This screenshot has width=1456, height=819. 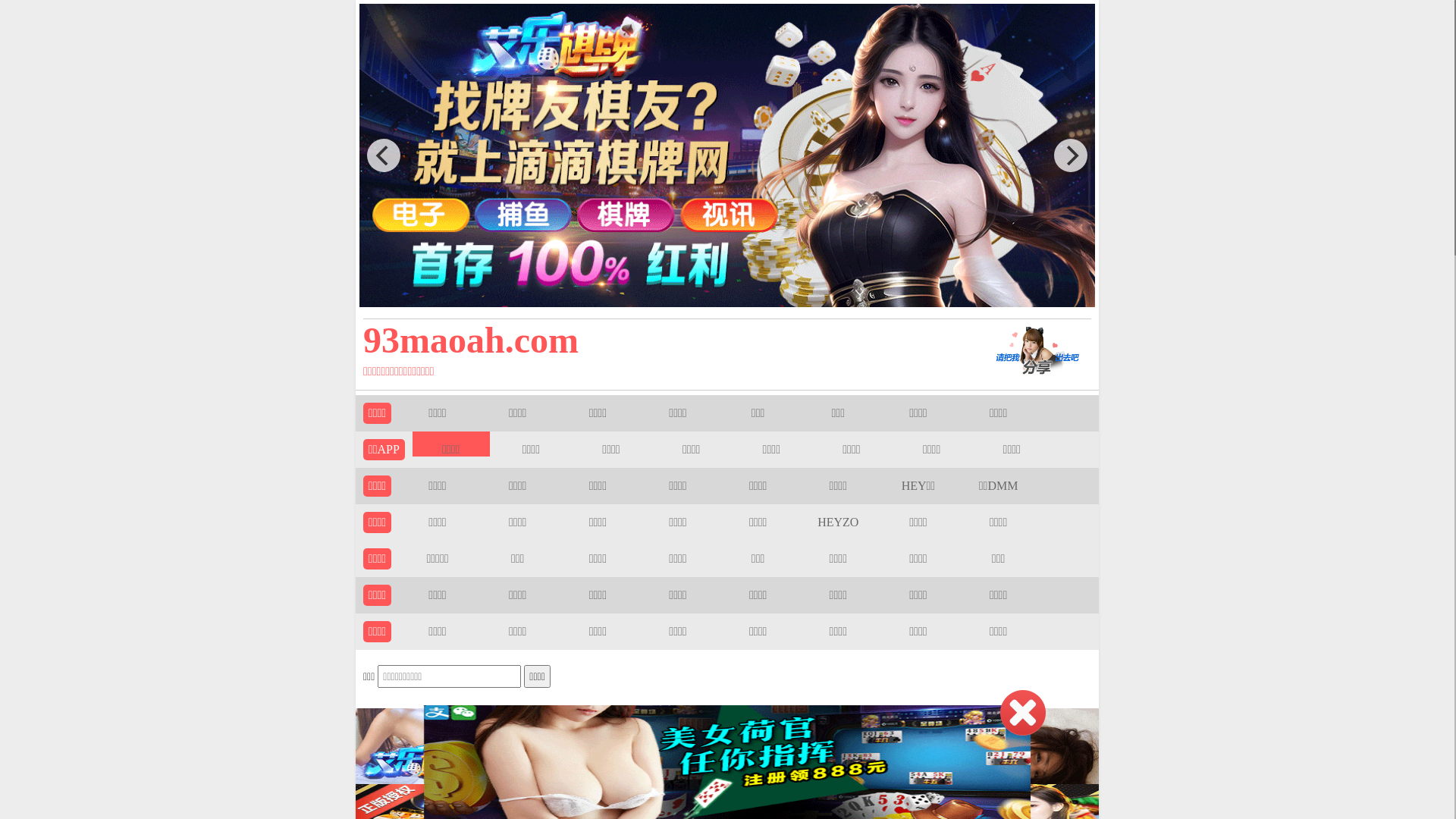 I want to click on 'HEYZO', so click(x=836, y=521).